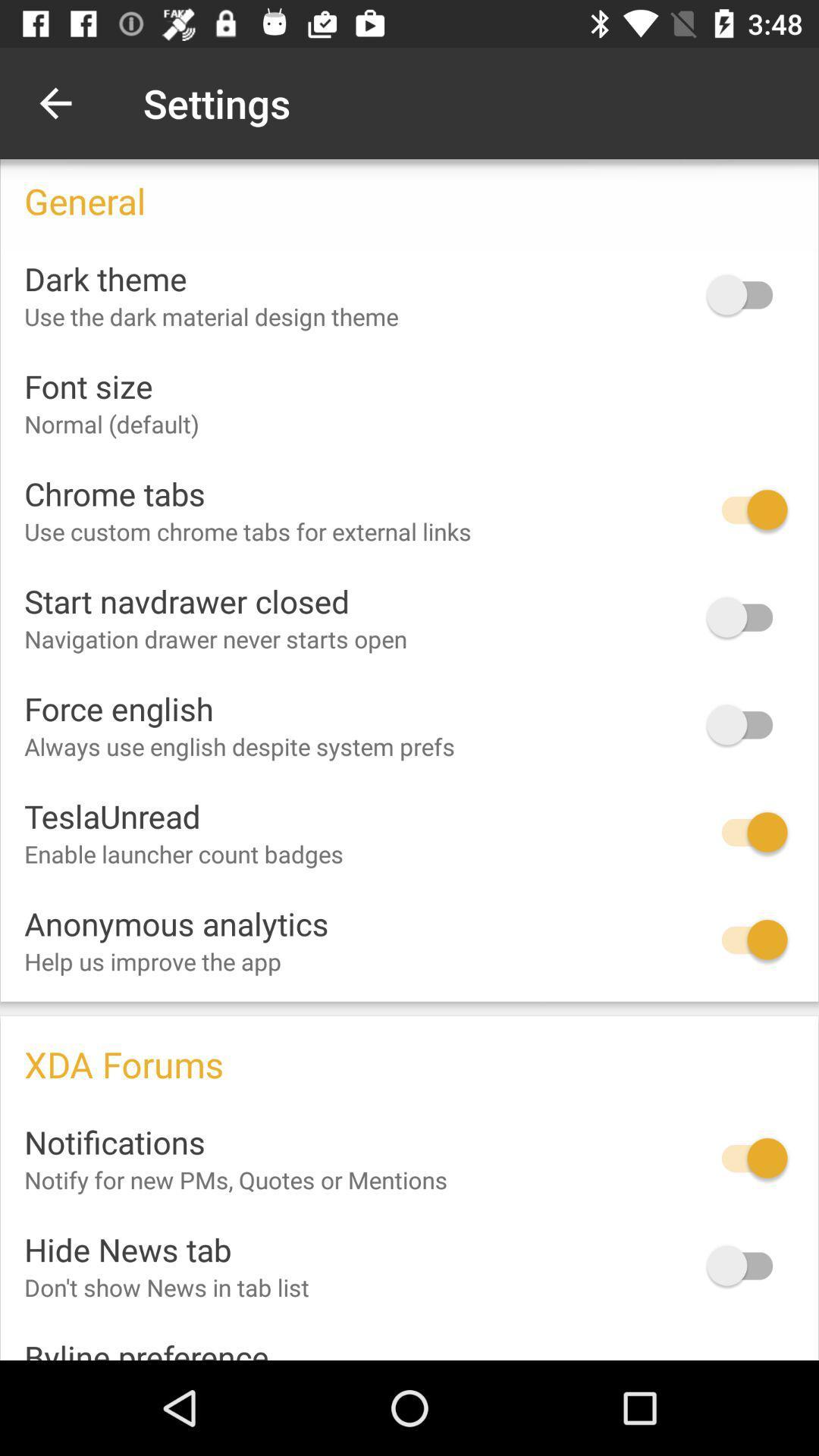 The width and height of the screenshot is (819, 1456). What do you see at coordinates (746, 939) in the screenshot?
I see `item to the right of anonymous analytics item` at bounding box center [746, 939].